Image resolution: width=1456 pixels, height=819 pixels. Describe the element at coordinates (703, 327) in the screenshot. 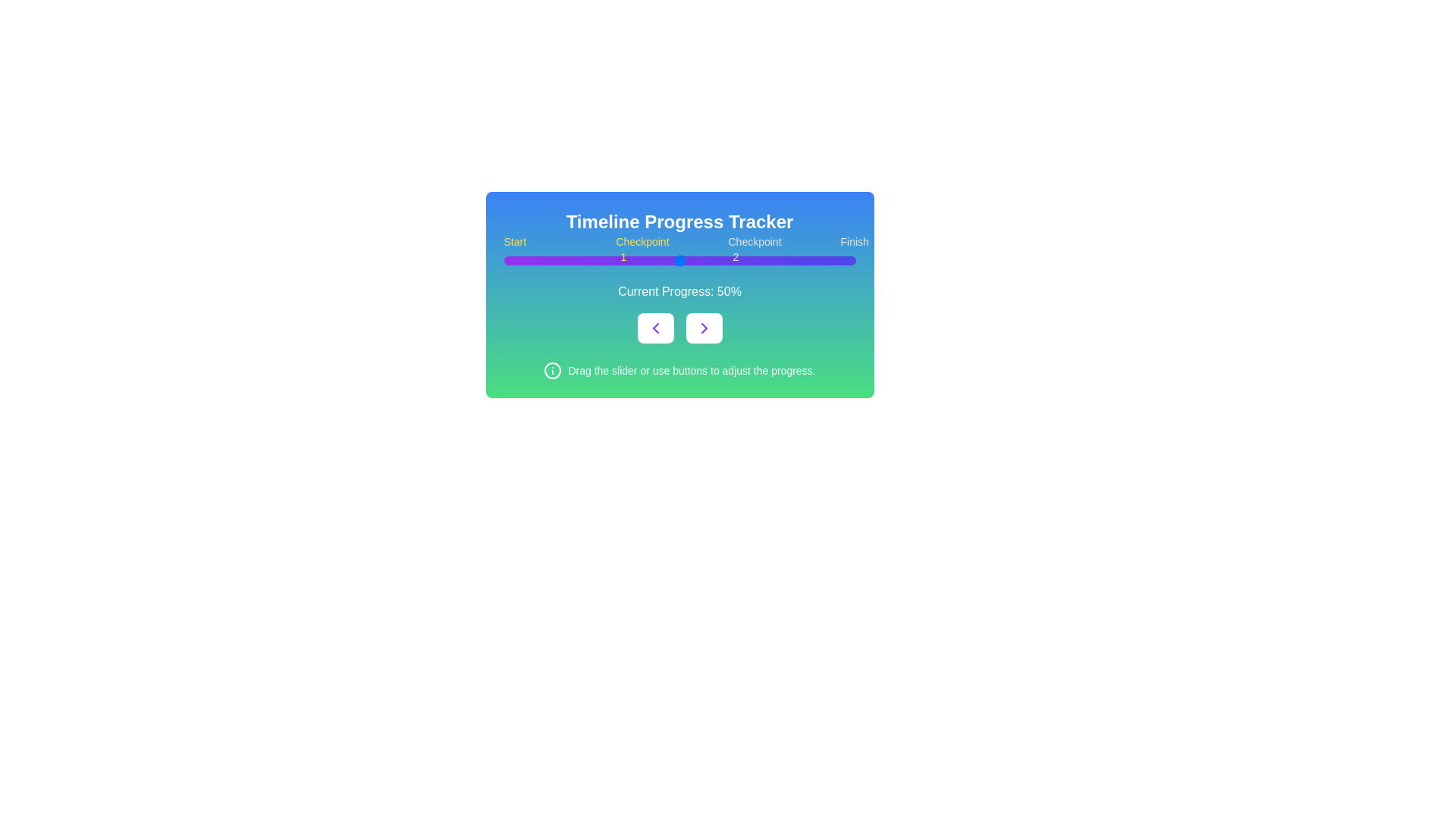

I see `the rightmost button's icon, which indicates progression in the sequence` at that location.